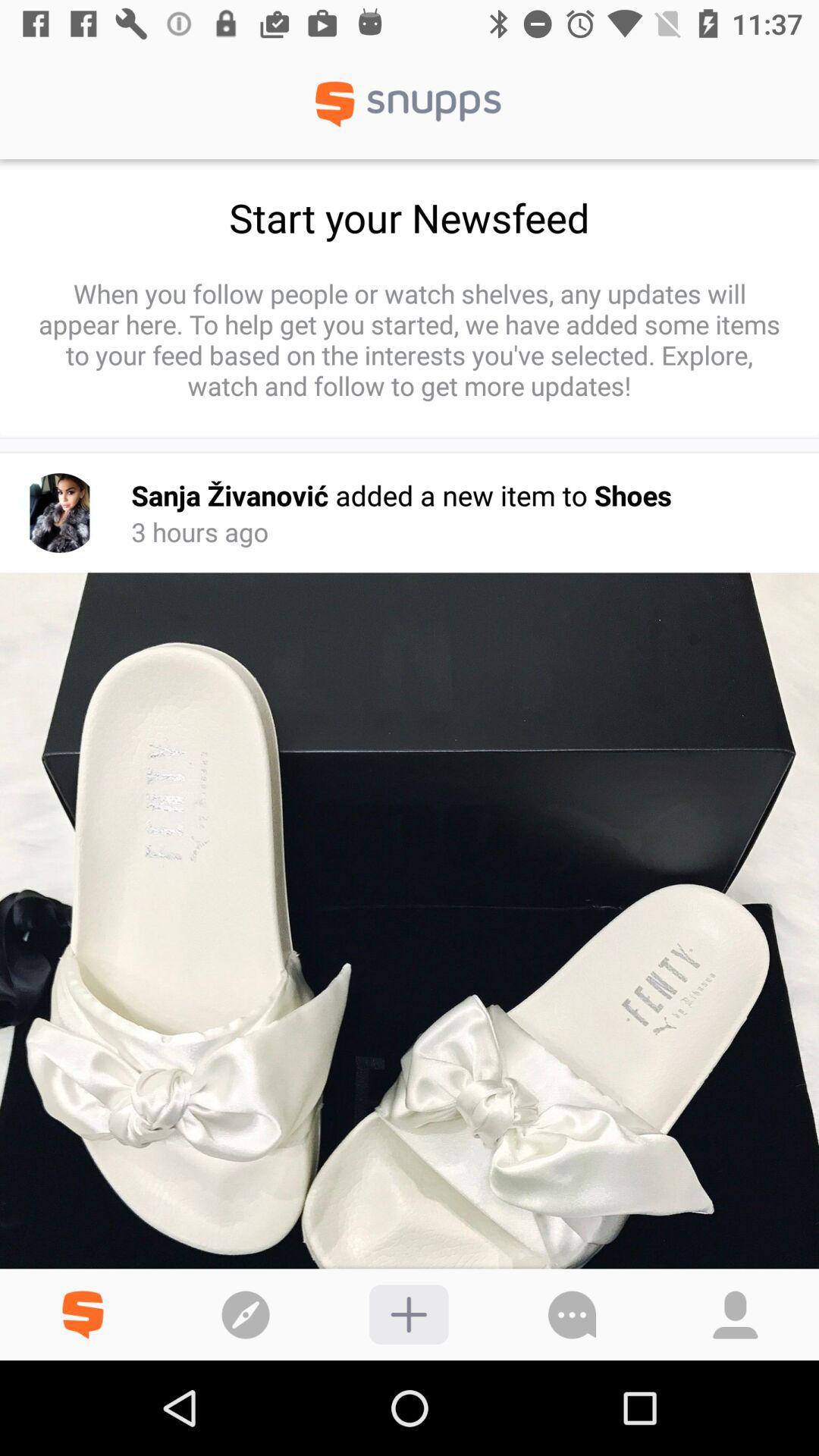  Describe the element at coordinates (408, 1313) in the screenshot. I see `post` at that location.